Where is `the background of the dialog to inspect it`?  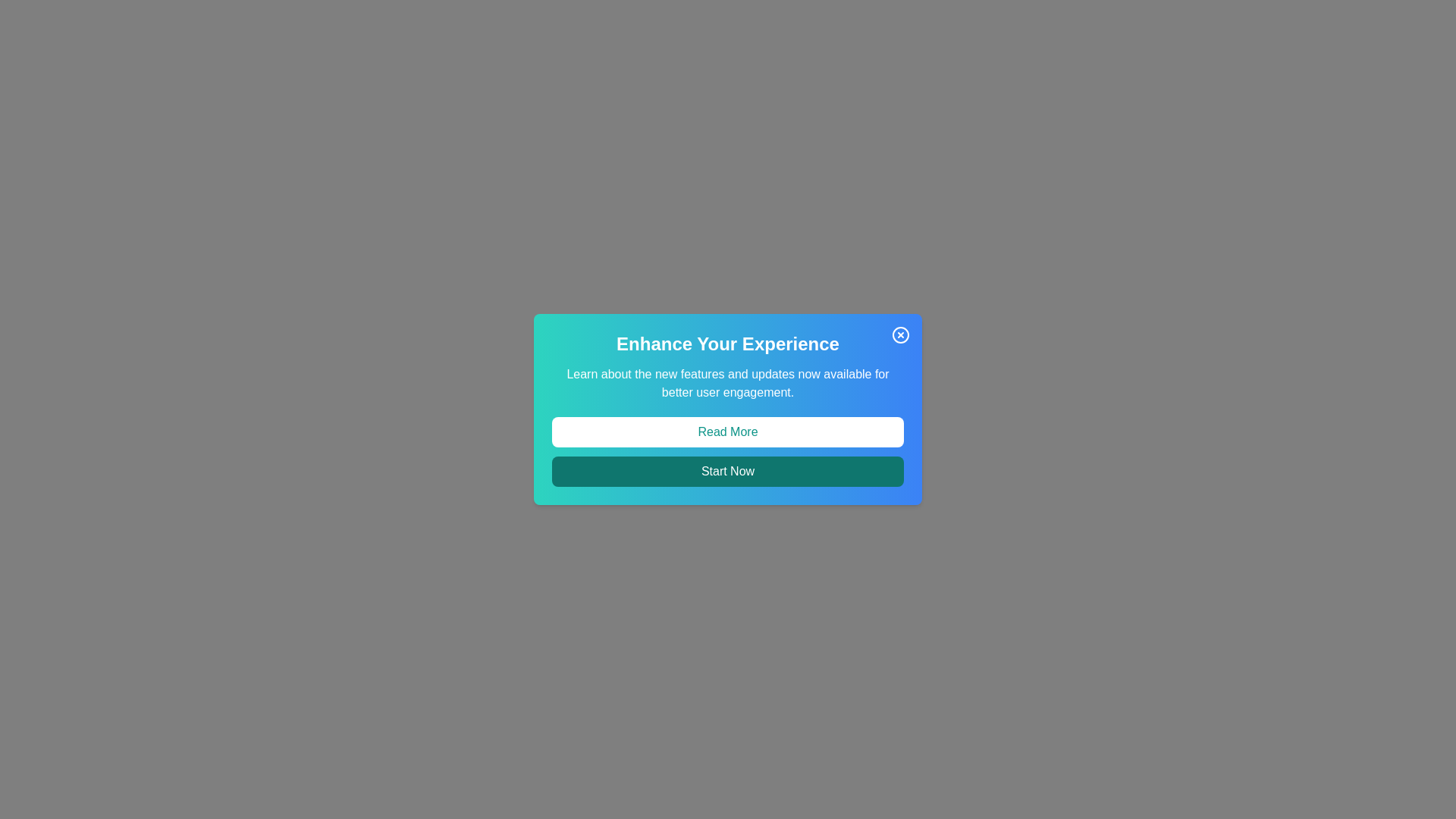 the background of the dialog to inspect it is located at coordinates (728, 409).